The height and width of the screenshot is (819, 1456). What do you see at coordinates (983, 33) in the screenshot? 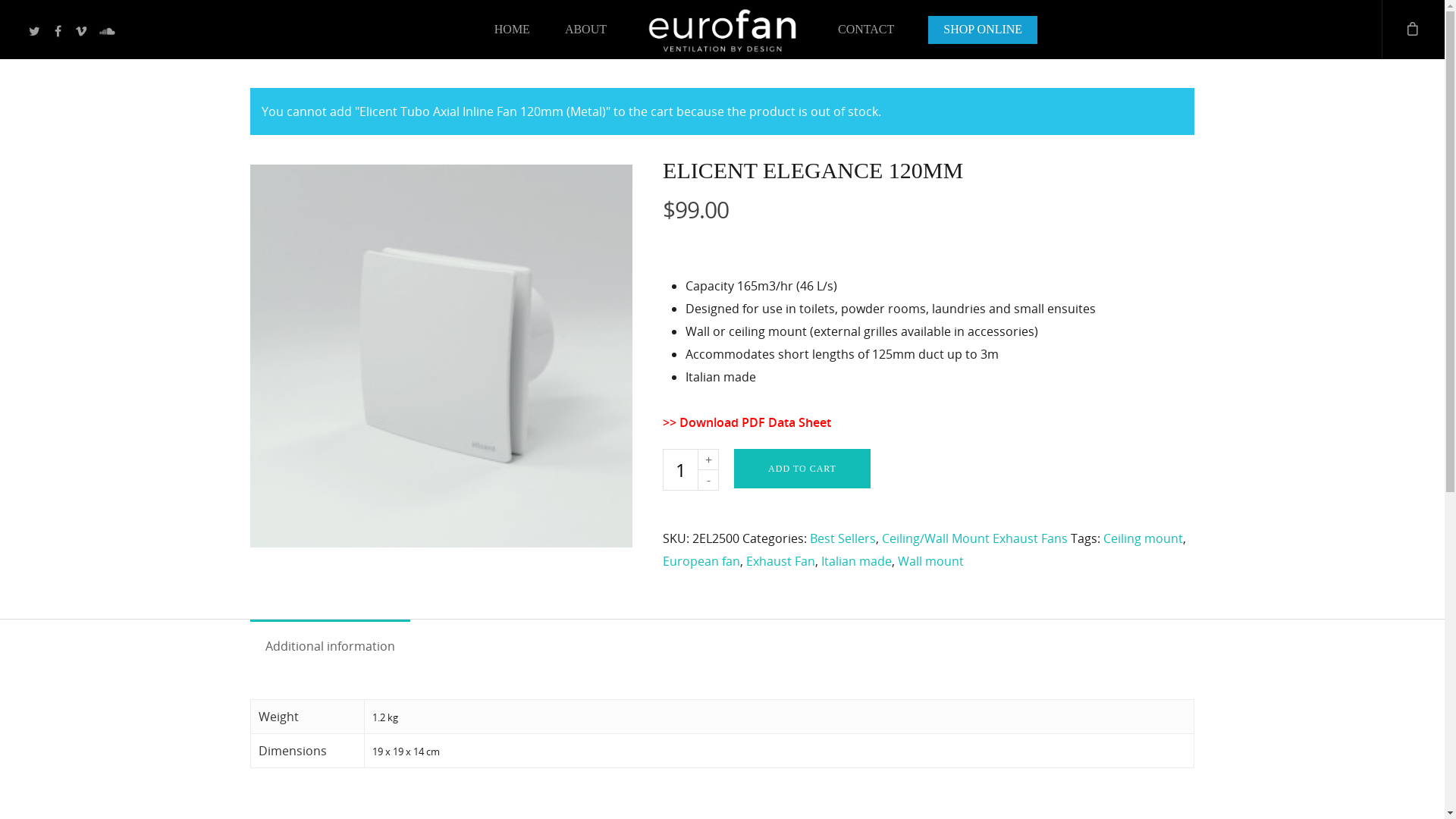
I see `'SHOP ONLINE'` at bounding box center [983, 33].